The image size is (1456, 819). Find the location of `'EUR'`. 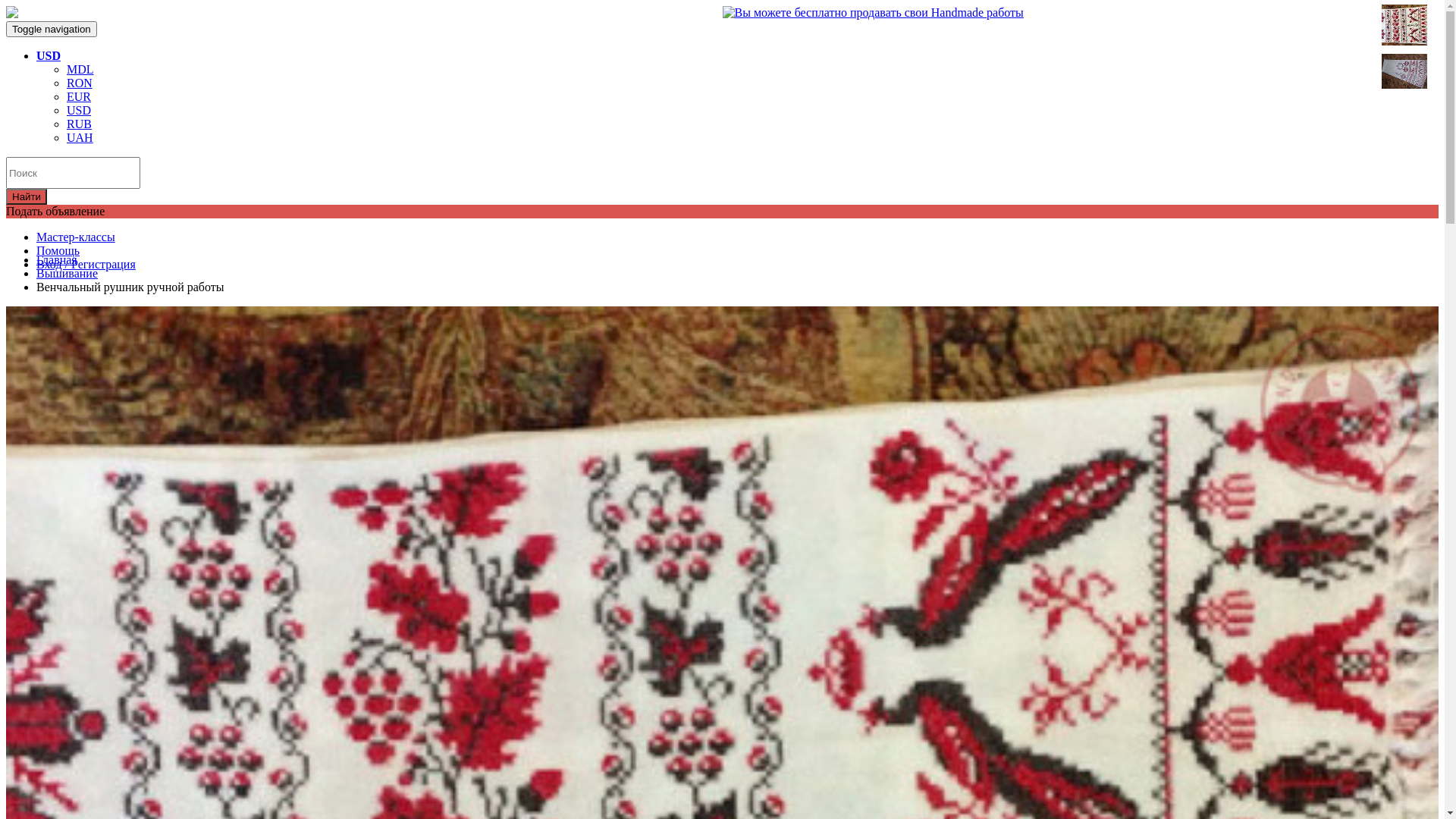

'EUR' is located at coordinates (78, 96).